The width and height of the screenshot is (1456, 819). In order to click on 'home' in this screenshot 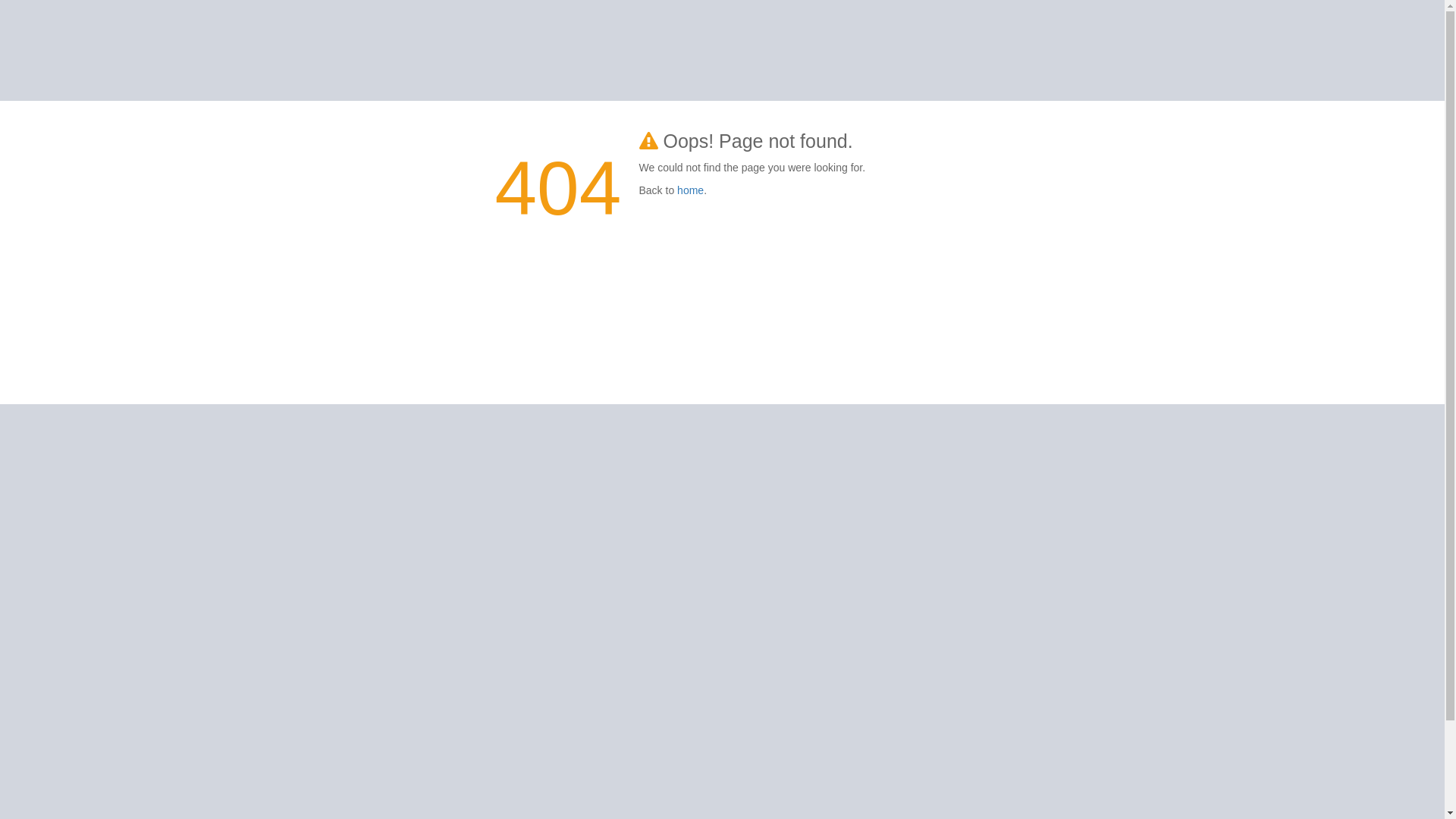, I will do `click(676, 189)`.